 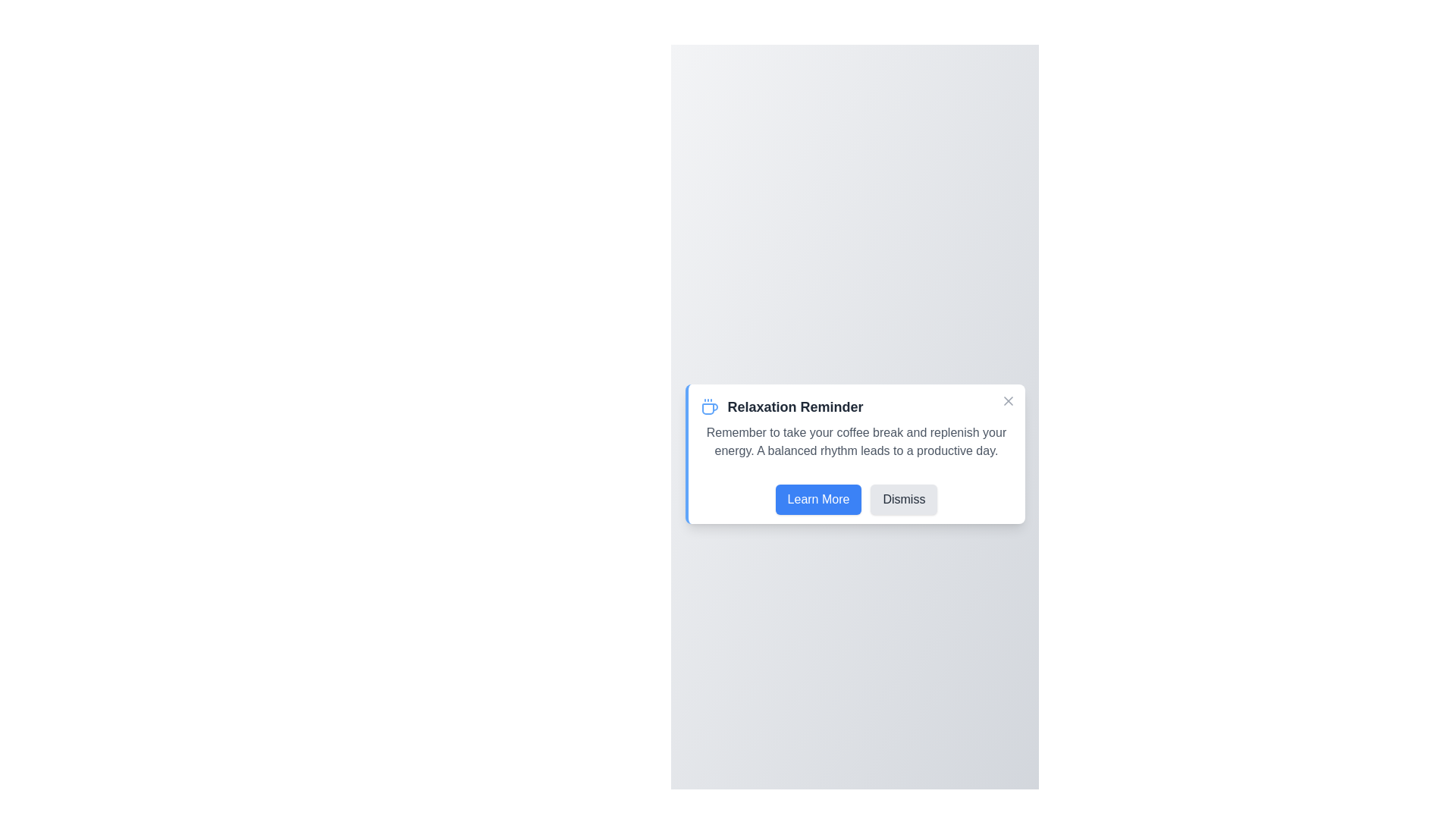 What do you see at coordinates (817, 500) in the screenshot?
I see `the 'Learn More' button to proceed to the next step` at bounding box center [817, 500].